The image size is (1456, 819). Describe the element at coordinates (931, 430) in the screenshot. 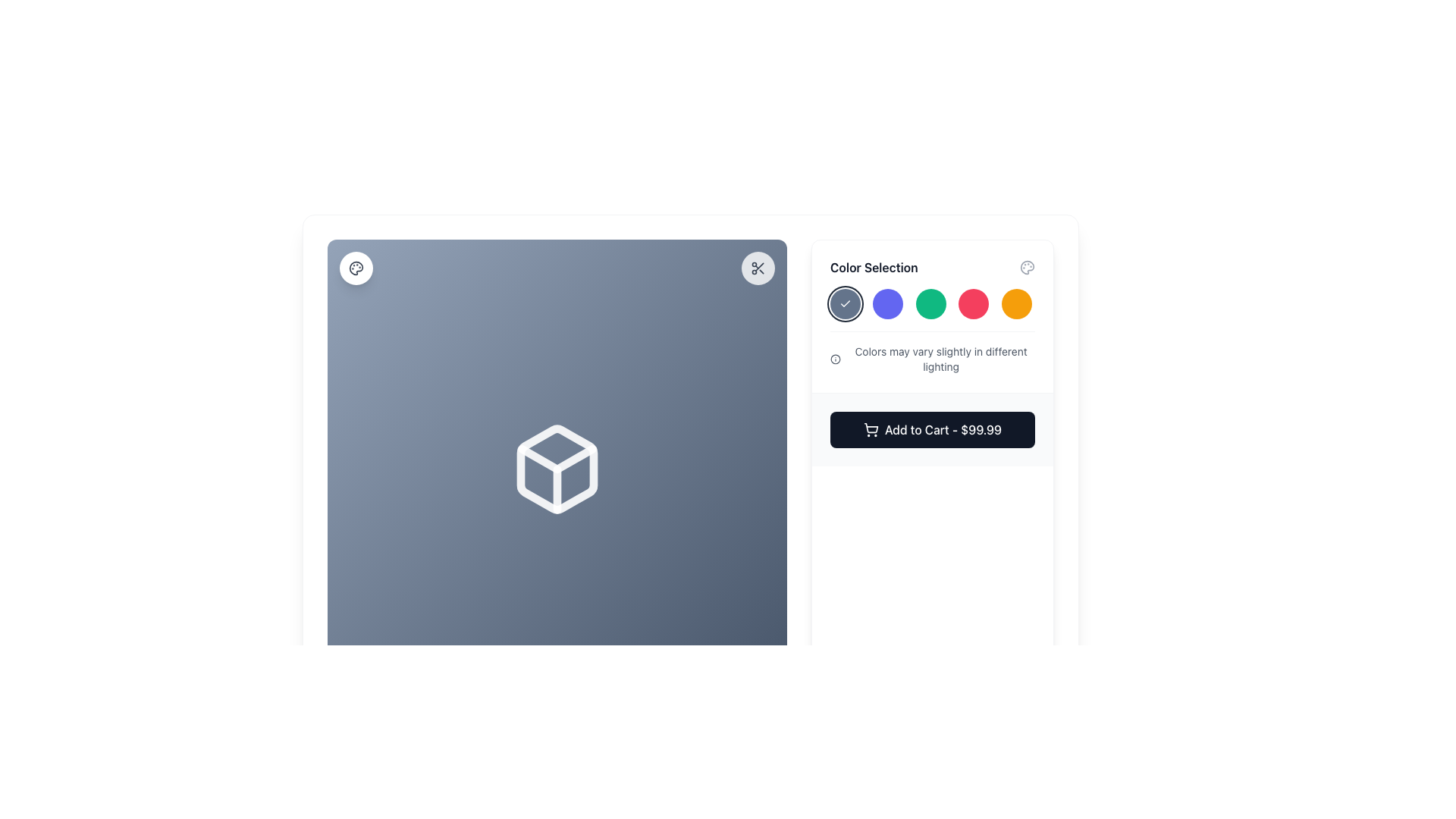

I see `the button with a dark gray background and white text that allows users to add an item priced at $99.99 to their shopping cart` at that location.